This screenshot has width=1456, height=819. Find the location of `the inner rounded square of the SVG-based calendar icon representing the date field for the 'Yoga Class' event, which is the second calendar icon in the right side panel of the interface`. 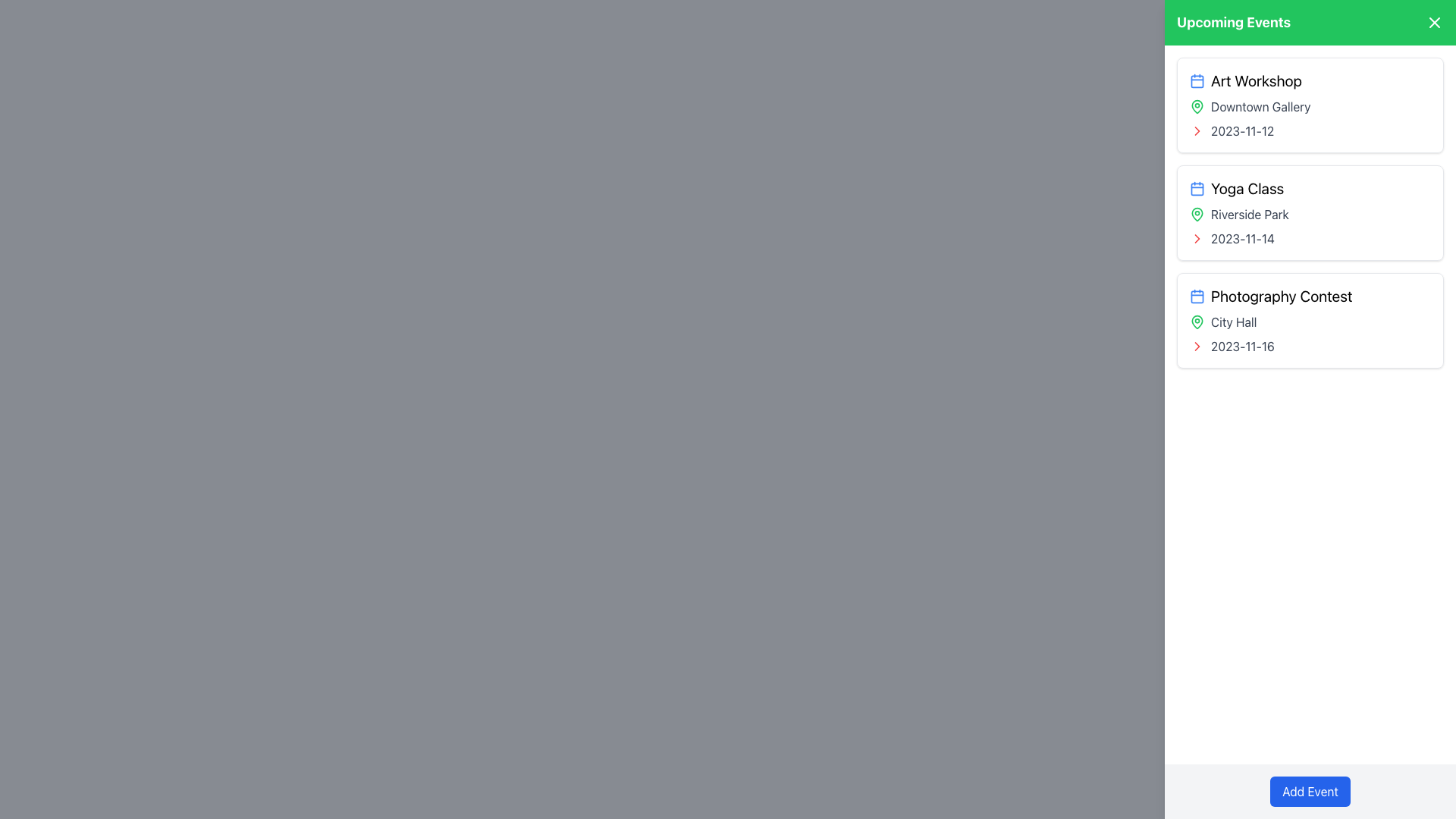

the inner rounded square of the SVG-based calendar icon representing the date field for the 'Yoga Class' event, which is the second calendar icon in the right side panel of the interface is located at coordinates (1197, 188).